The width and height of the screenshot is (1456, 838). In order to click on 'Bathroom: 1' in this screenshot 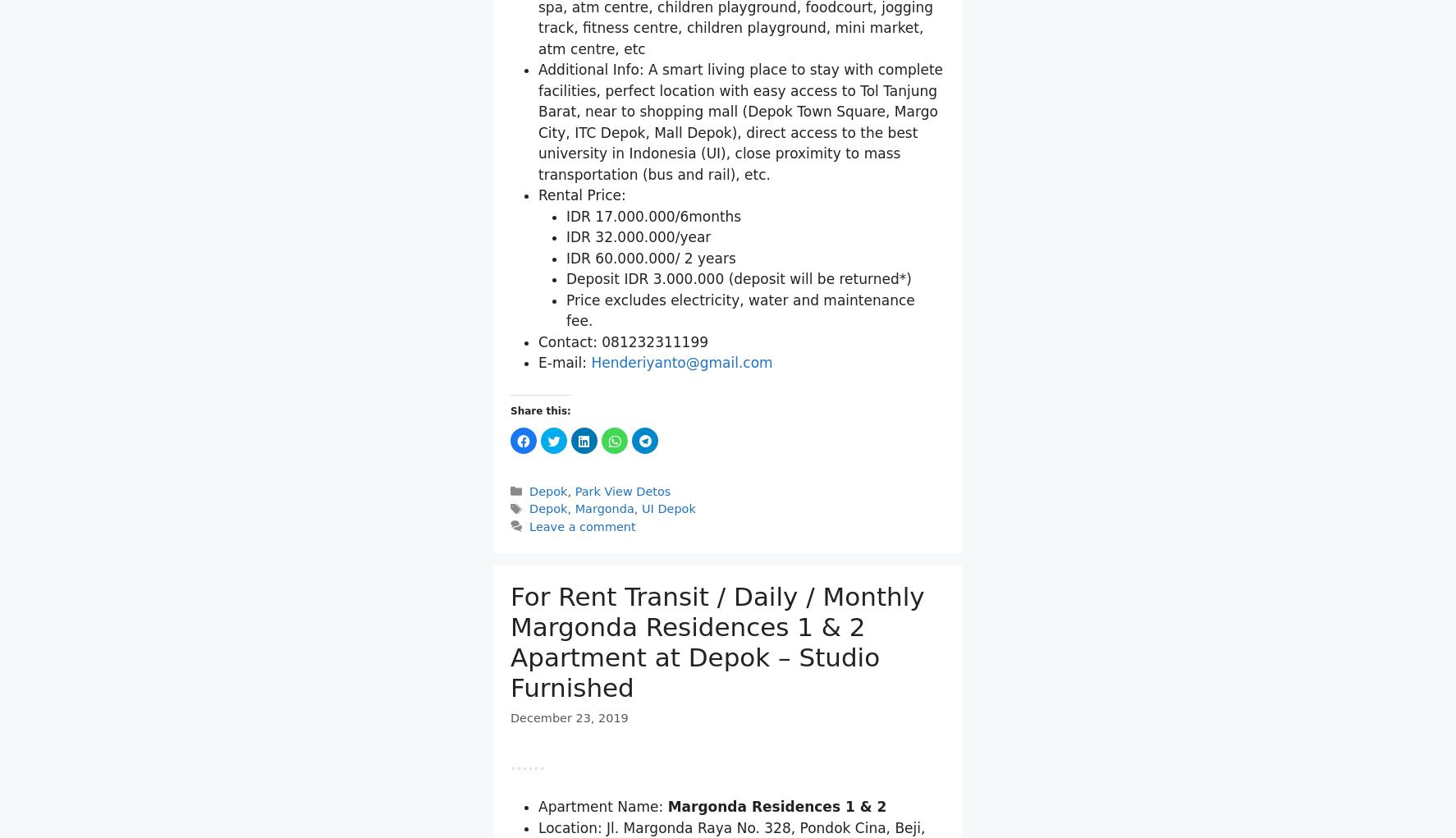, I will do `click(581, 51)`.